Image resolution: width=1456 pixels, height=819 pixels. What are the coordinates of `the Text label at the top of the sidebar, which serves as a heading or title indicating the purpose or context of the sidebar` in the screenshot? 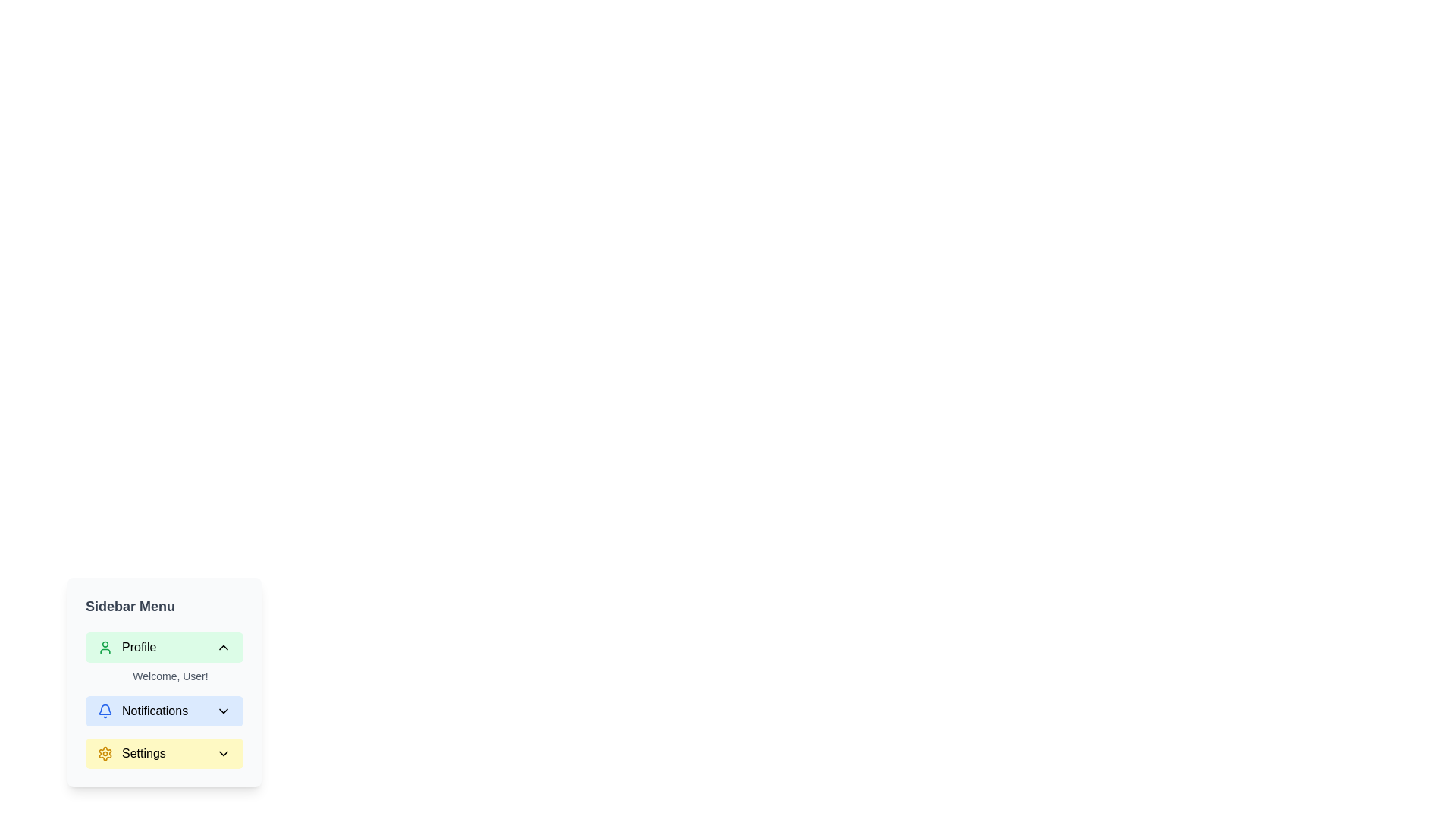 It's located at (164, 605).